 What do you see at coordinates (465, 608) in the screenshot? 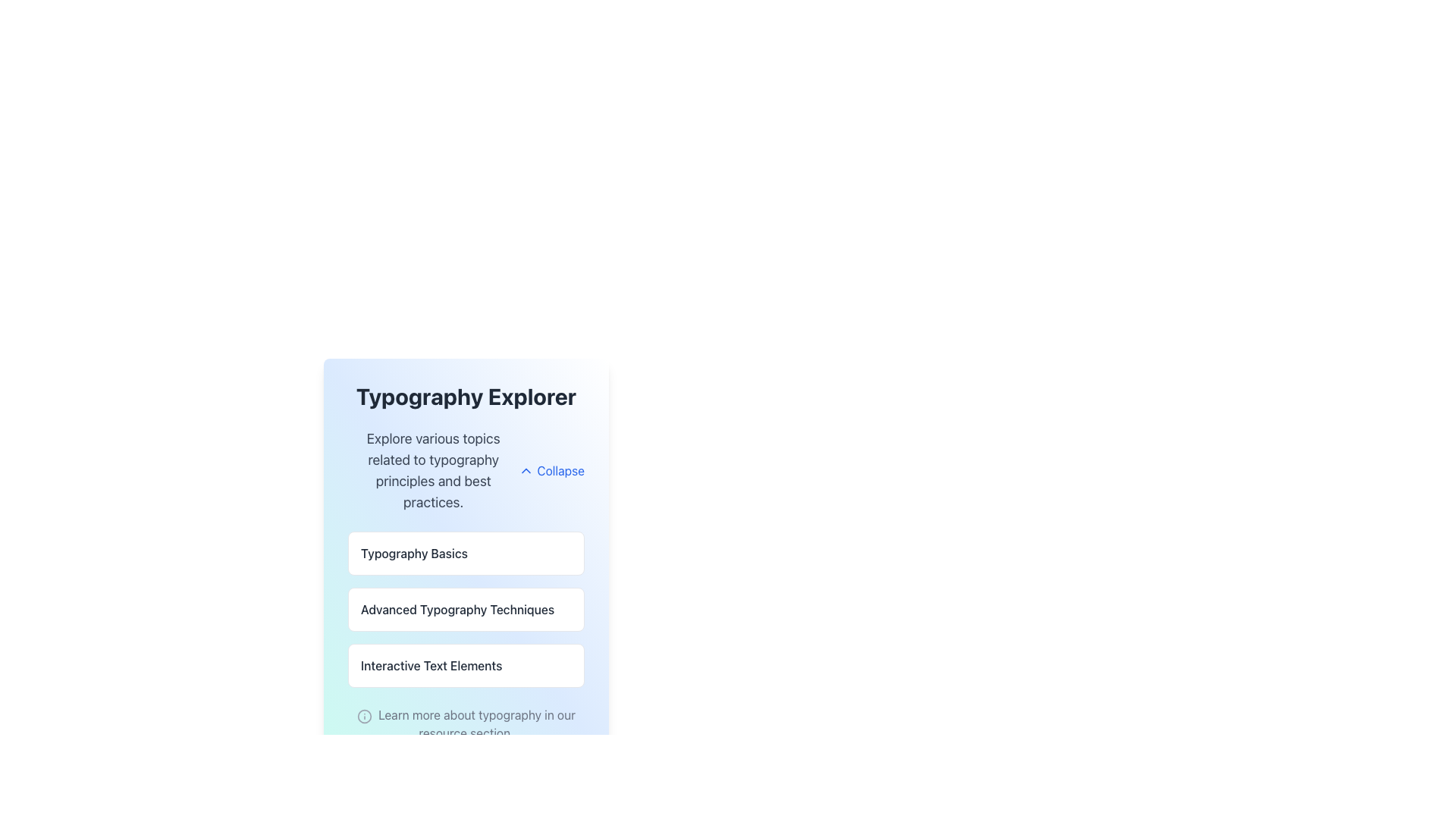
I see `the static text element that represents an advanced topic within the navigation menu, which is the second item in the vertical sequence` at bounding box center [465, 608].